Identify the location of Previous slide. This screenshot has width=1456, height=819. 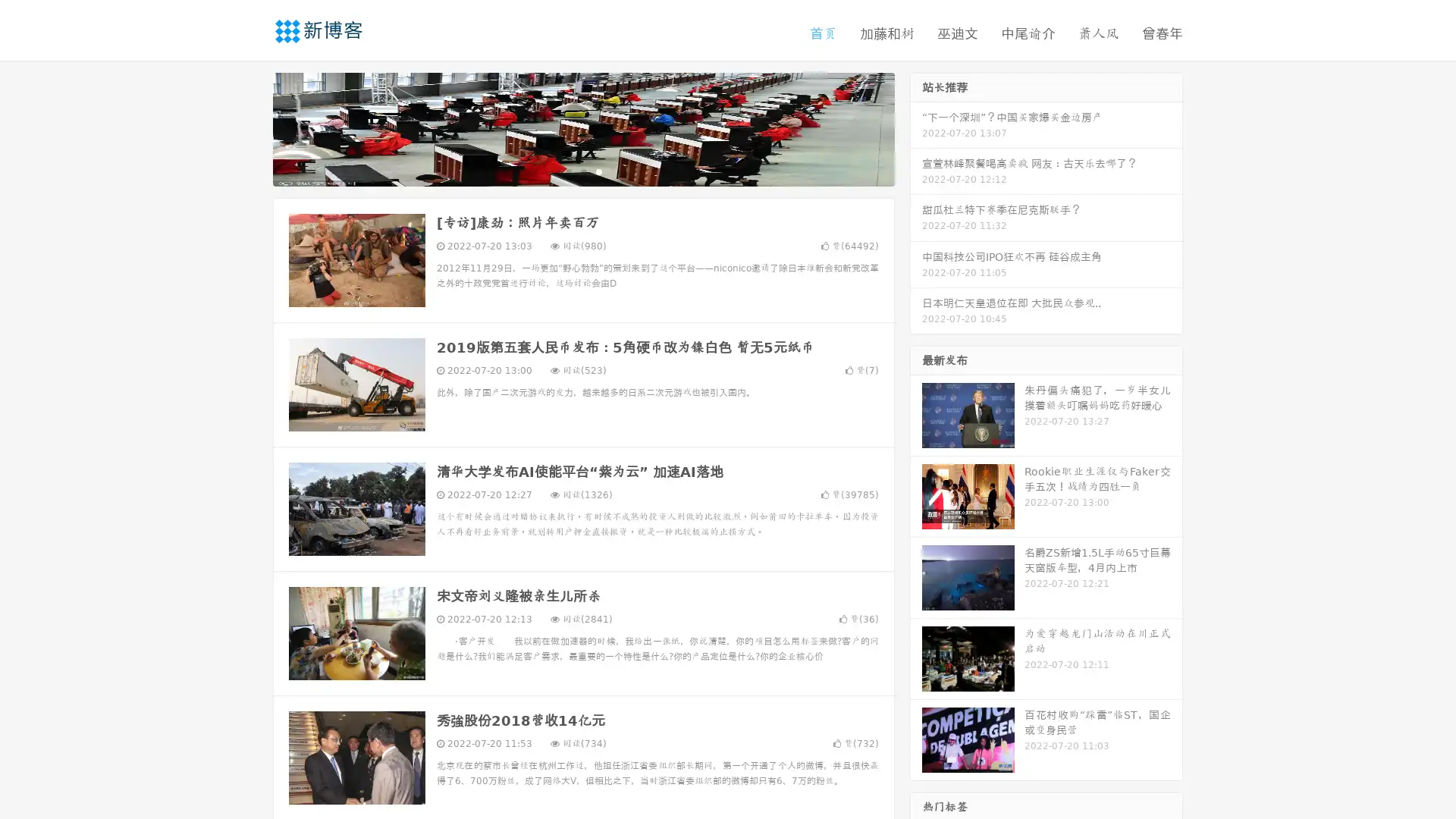
(250, 127).